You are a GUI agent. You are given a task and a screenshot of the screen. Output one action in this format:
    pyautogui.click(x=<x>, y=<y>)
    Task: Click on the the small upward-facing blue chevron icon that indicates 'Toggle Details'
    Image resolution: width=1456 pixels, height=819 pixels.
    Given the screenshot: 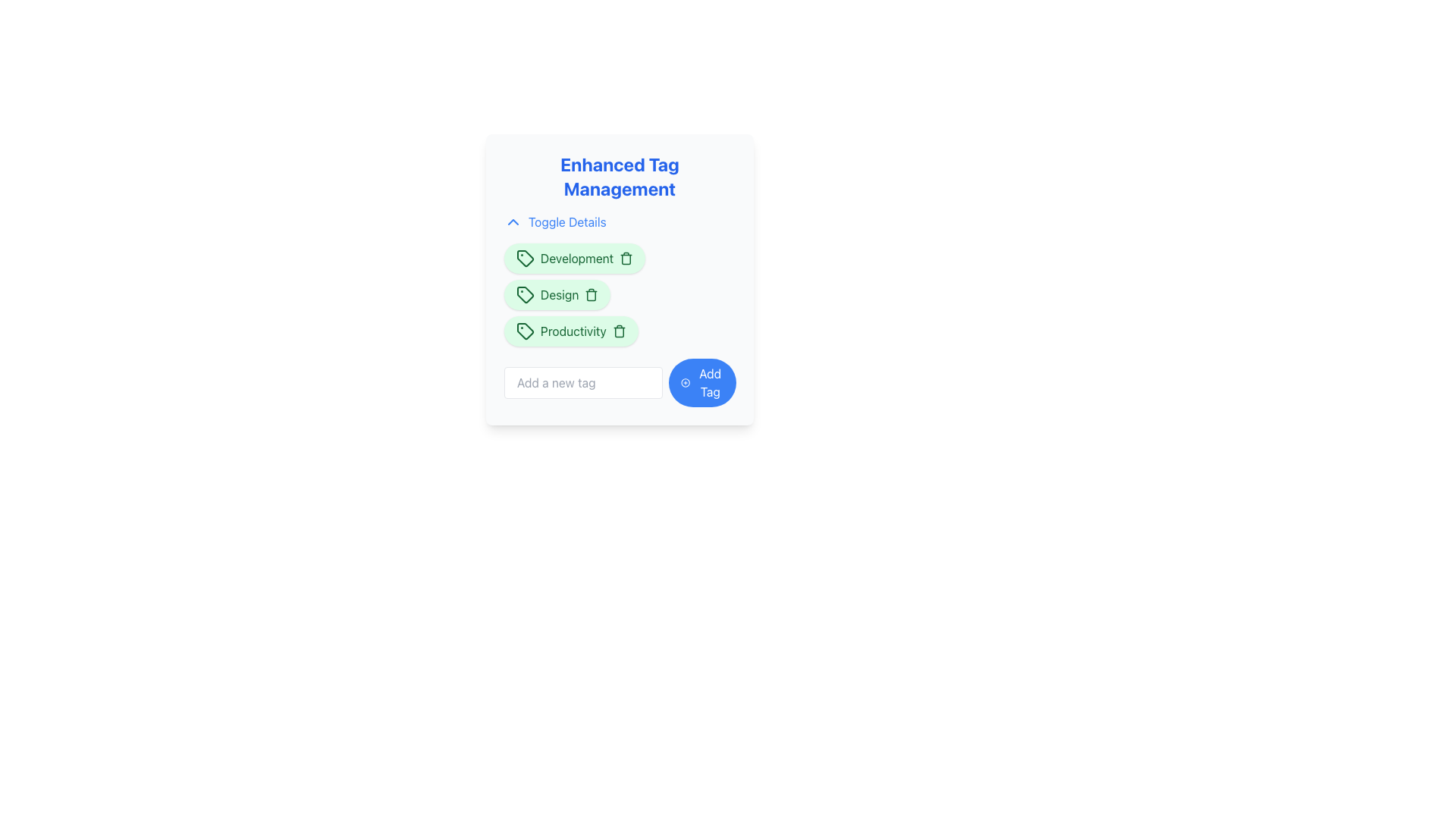 What is the action you would take?
    pyautogui.click(x=513, y=222)
    